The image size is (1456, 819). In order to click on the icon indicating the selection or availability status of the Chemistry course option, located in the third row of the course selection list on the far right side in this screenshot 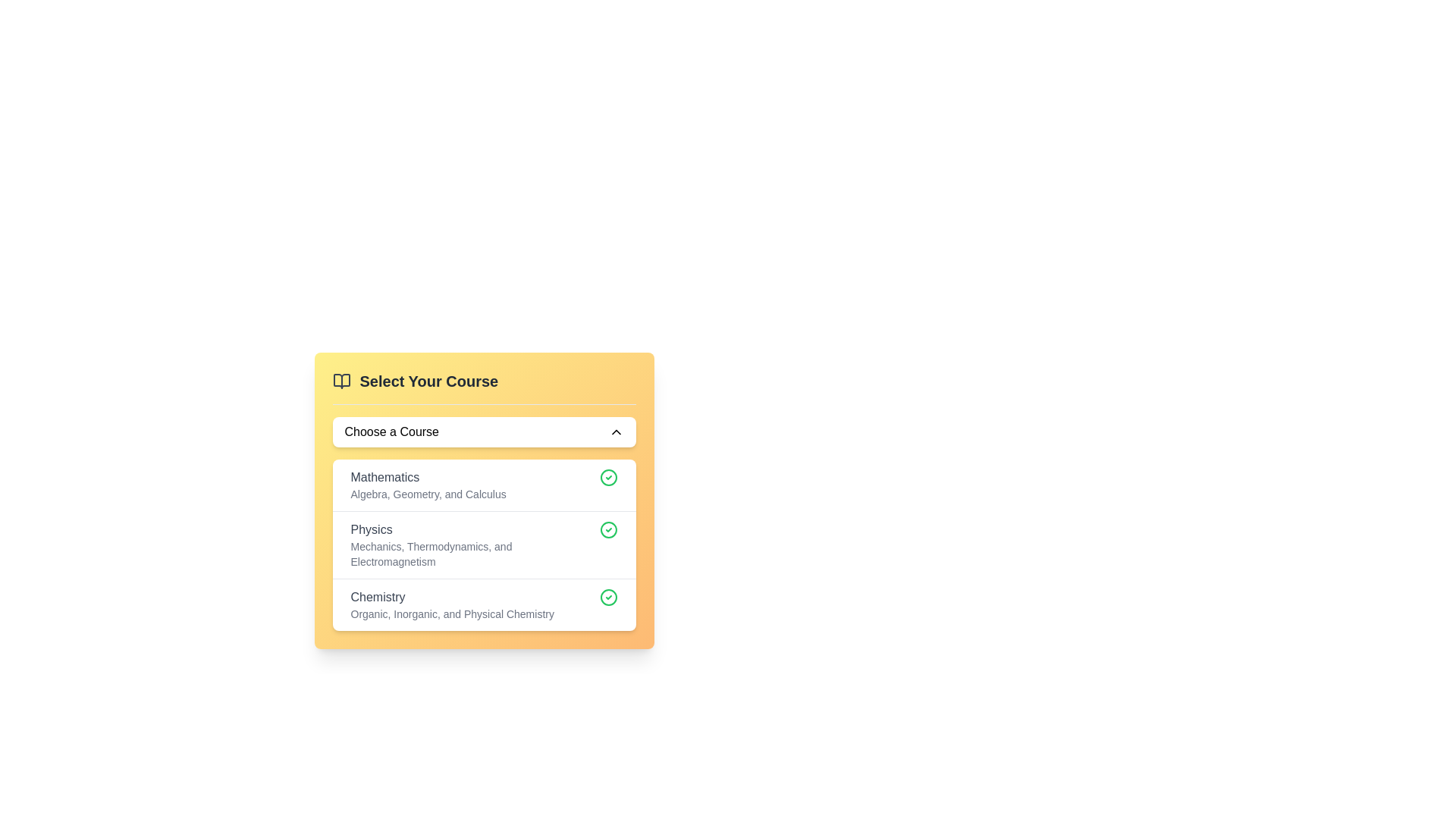, I will do `click(608, 596)`.